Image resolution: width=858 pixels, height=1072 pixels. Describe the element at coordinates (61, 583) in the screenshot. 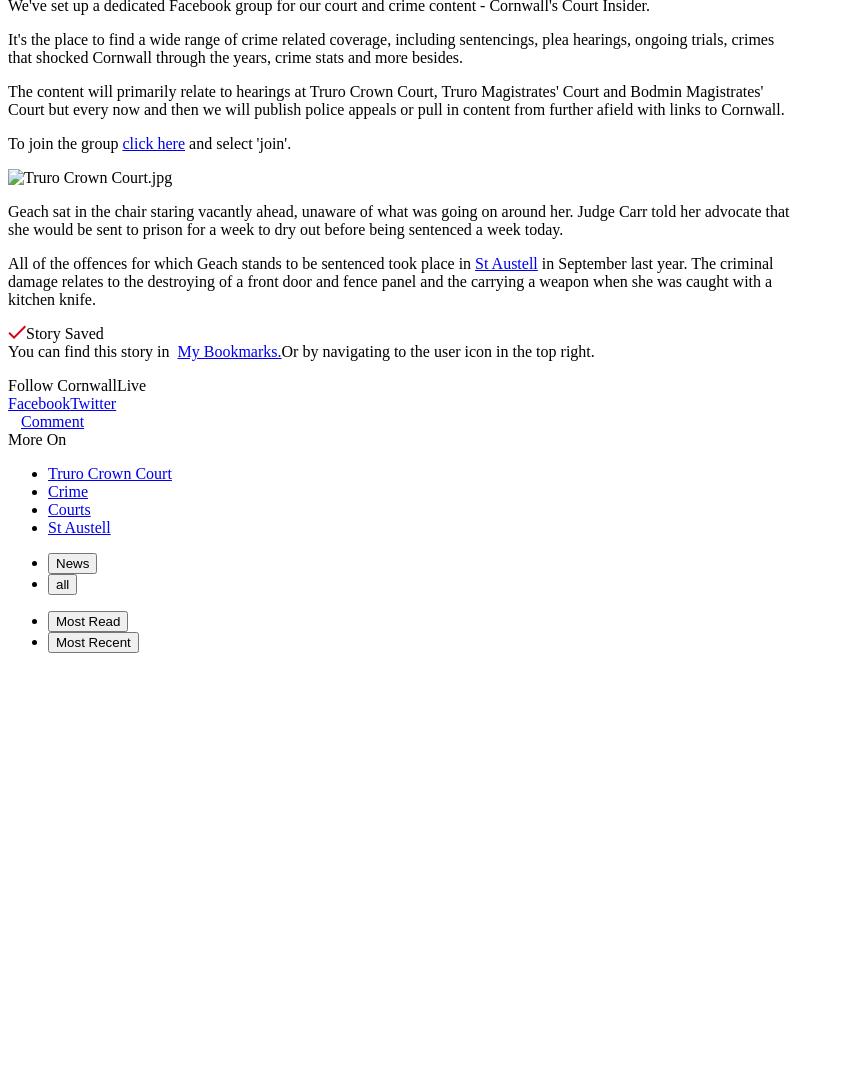

I see `'all'` at that location.